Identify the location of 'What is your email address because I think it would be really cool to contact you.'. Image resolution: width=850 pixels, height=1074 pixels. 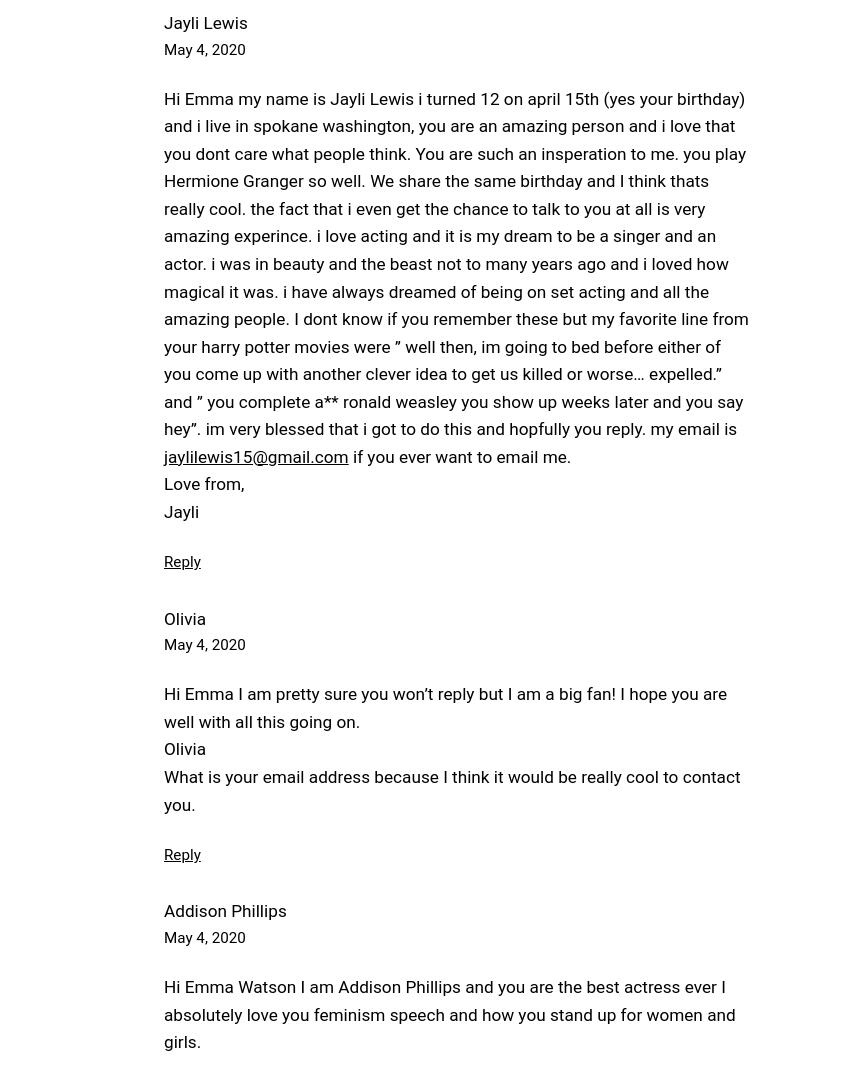
(451, 789).